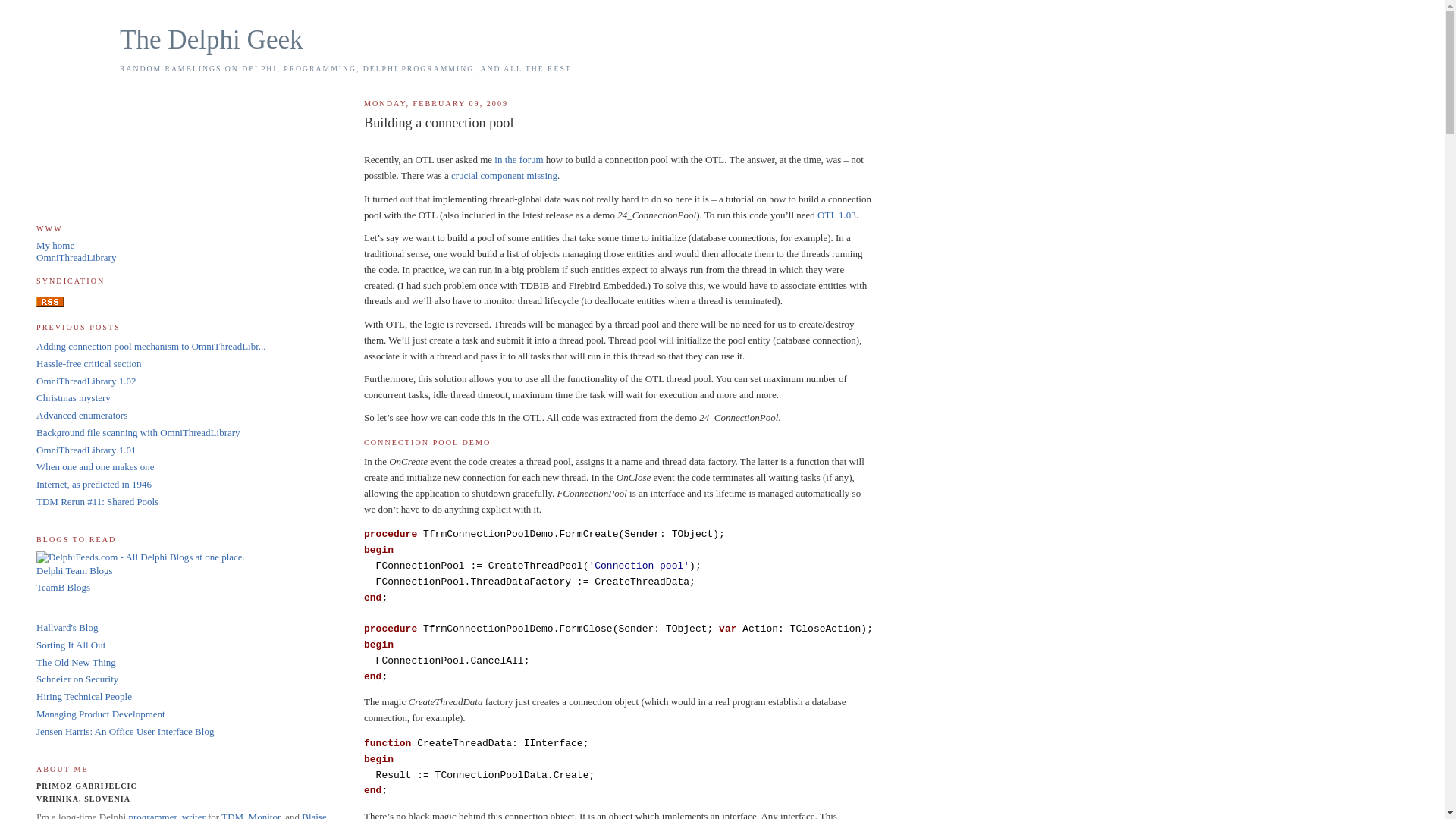  I want to click on 'The Delphi Geek', so click(210, 39).